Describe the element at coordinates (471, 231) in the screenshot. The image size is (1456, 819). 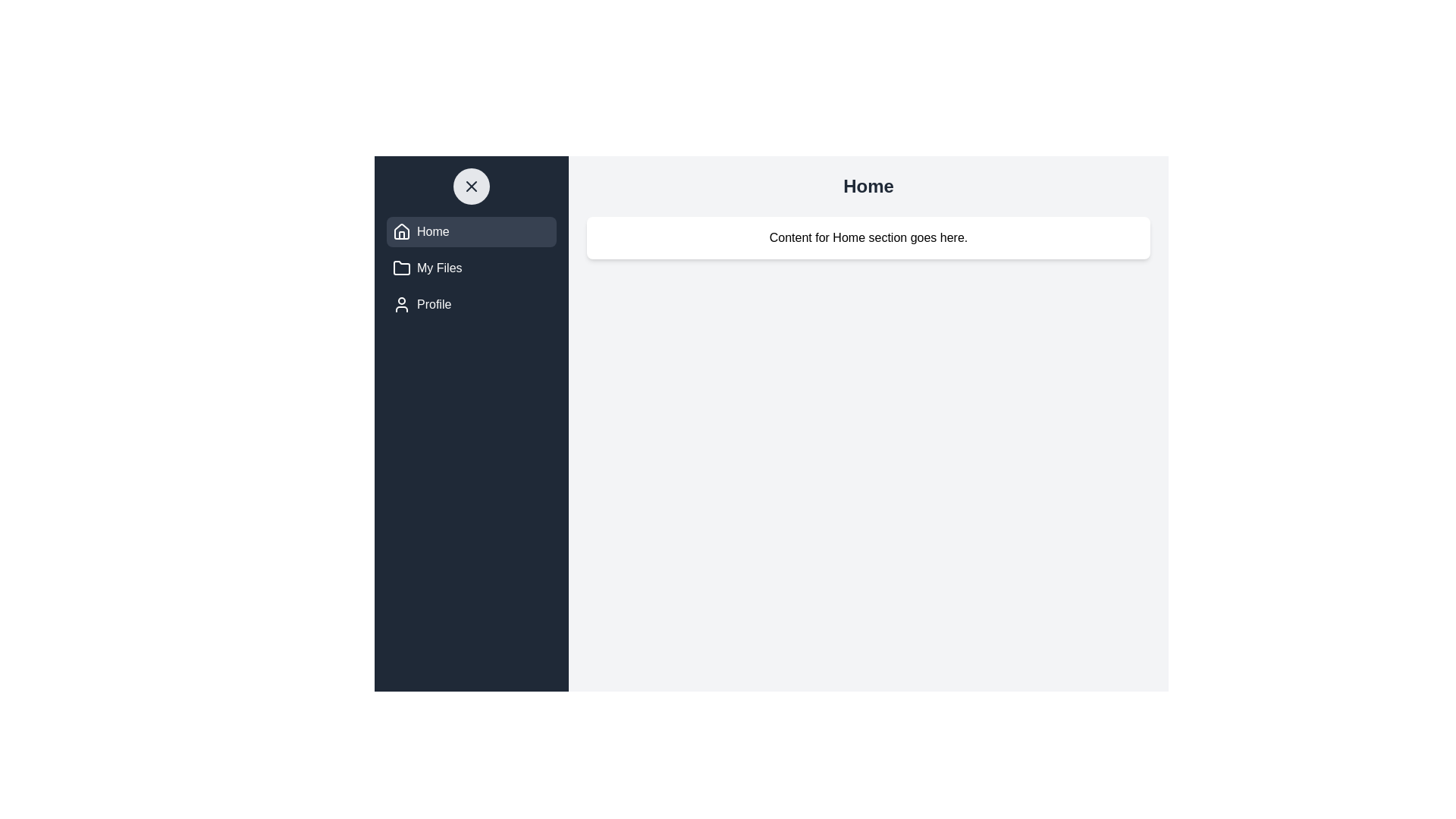
I see `the menu item Home from the drawer menu` at that location.